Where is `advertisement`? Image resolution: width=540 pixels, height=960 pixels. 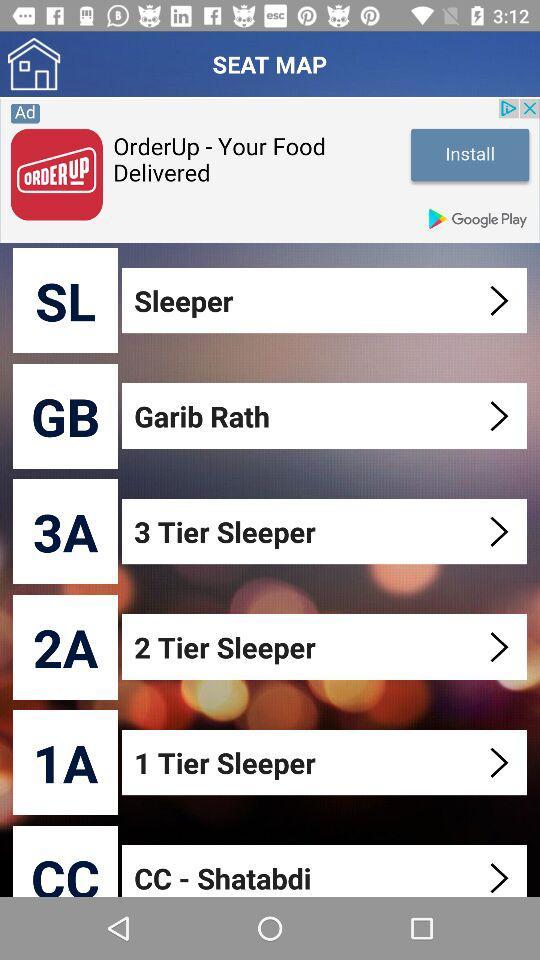 advertisement is located at coordinates (270, 169).